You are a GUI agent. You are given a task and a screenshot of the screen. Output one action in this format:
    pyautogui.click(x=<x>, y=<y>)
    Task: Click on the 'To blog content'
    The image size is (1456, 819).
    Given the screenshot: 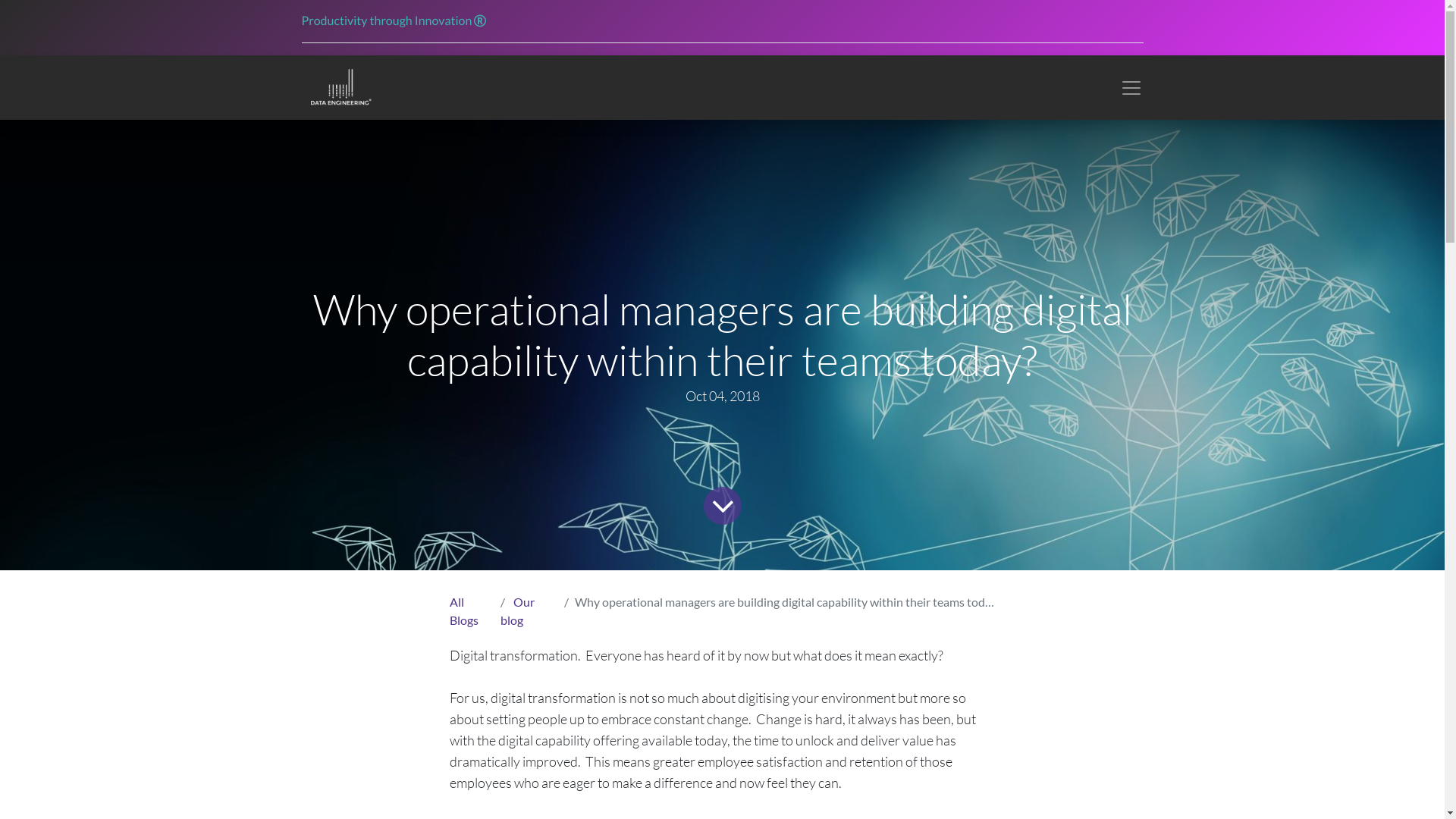 What is the action you would take?
    pyautogui.click(x=720, y=503)
    